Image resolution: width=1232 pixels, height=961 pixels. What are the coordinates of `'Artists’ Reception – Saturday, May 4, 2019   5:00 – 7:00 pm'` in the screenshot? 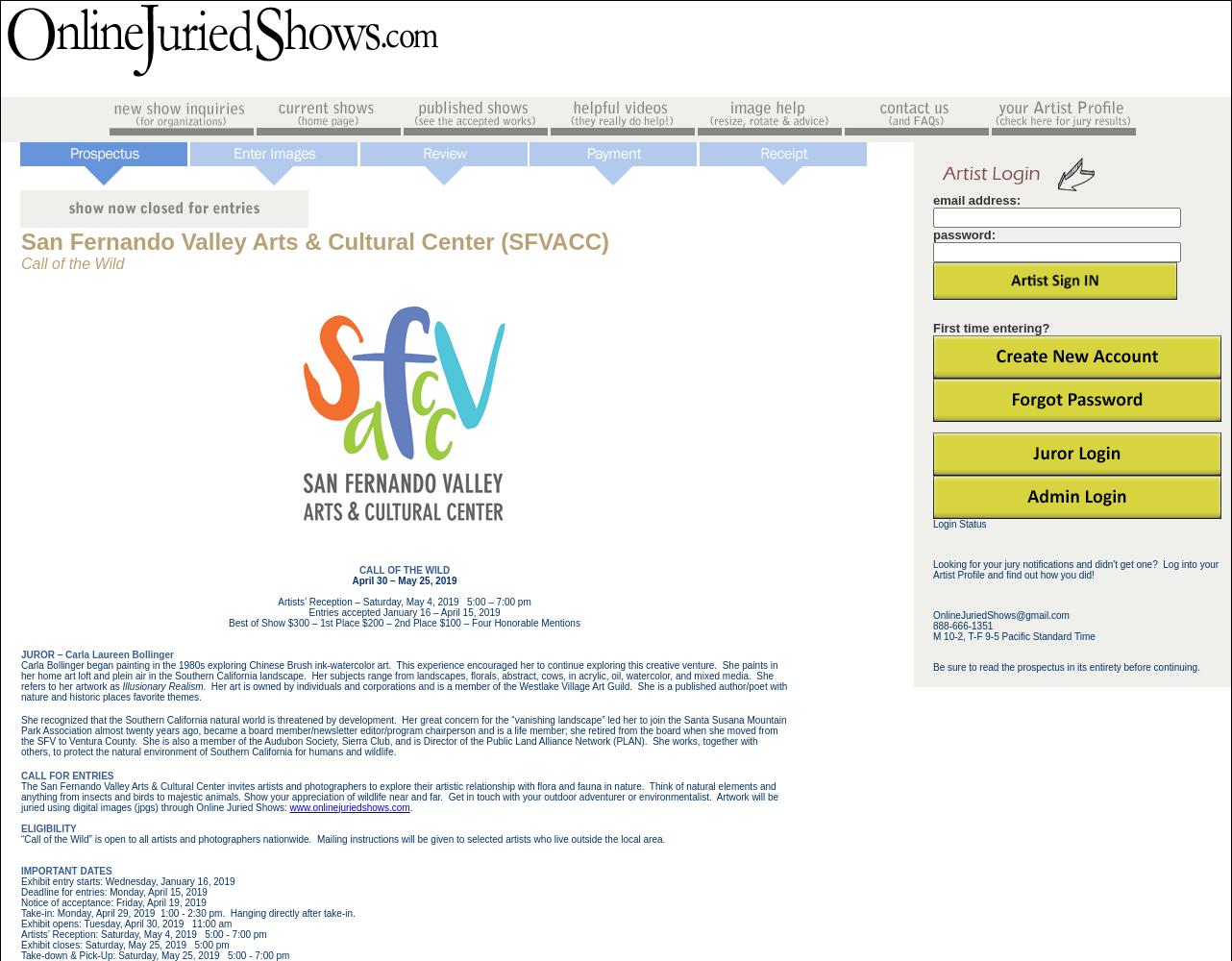 It's located at (403, 602).